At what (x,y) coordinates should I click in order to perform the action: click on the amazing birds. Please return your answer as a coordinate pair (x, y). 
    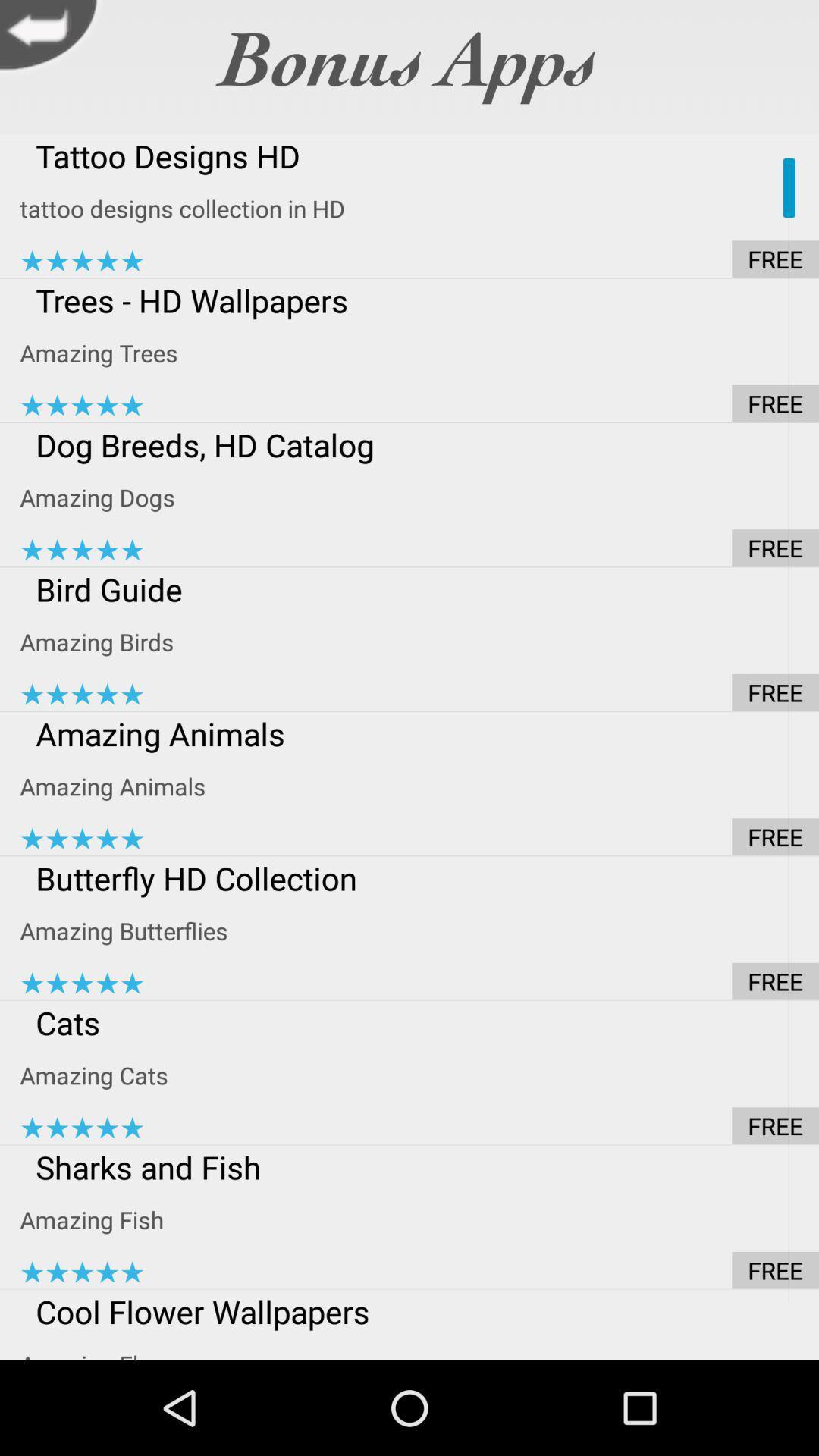
    Looking at the image, I should click on (419, 642).